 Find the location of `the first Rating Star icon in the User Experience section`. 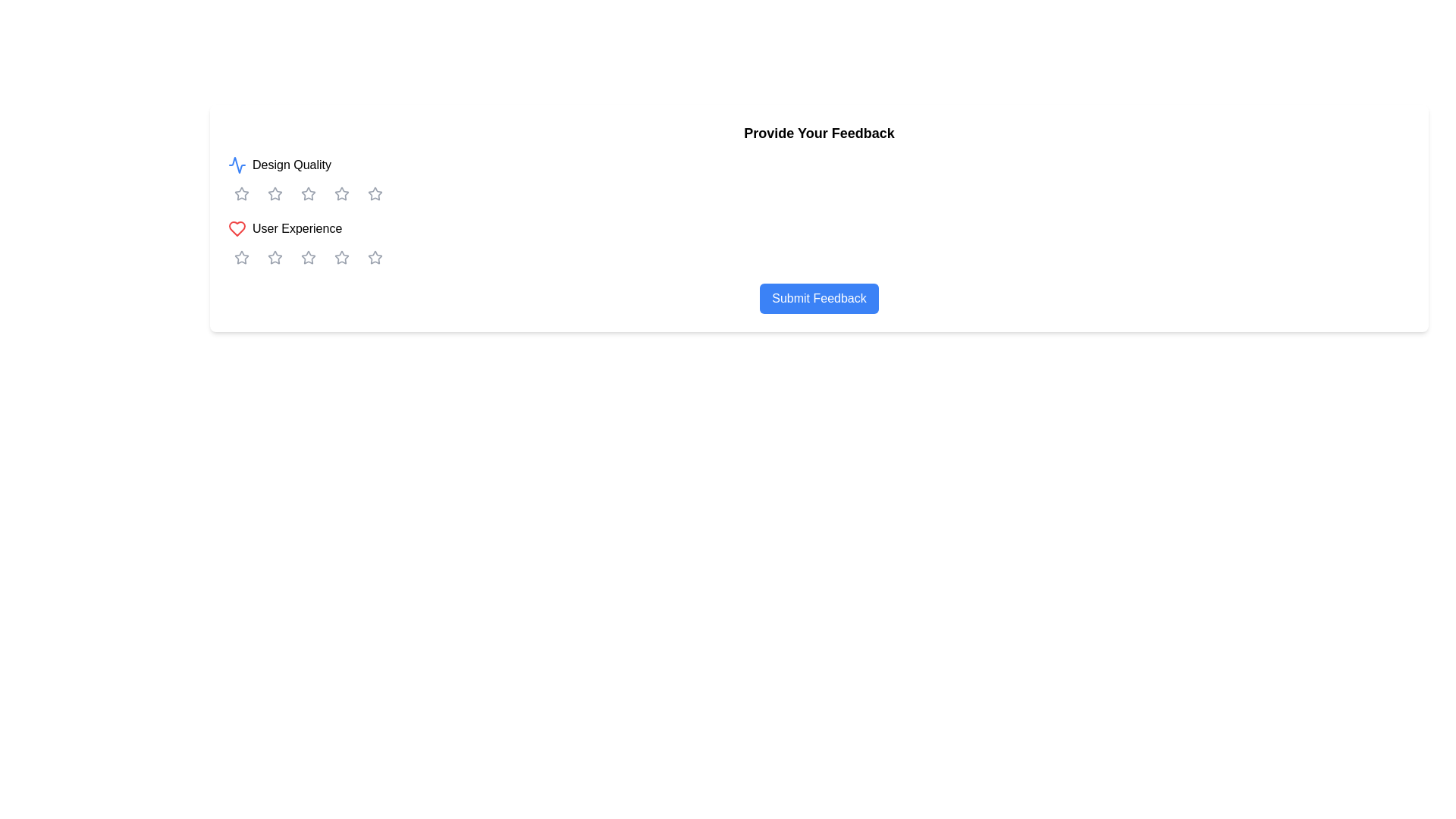

the first Rating Star icon in the User Experience section is located at coordinates (240, 256).